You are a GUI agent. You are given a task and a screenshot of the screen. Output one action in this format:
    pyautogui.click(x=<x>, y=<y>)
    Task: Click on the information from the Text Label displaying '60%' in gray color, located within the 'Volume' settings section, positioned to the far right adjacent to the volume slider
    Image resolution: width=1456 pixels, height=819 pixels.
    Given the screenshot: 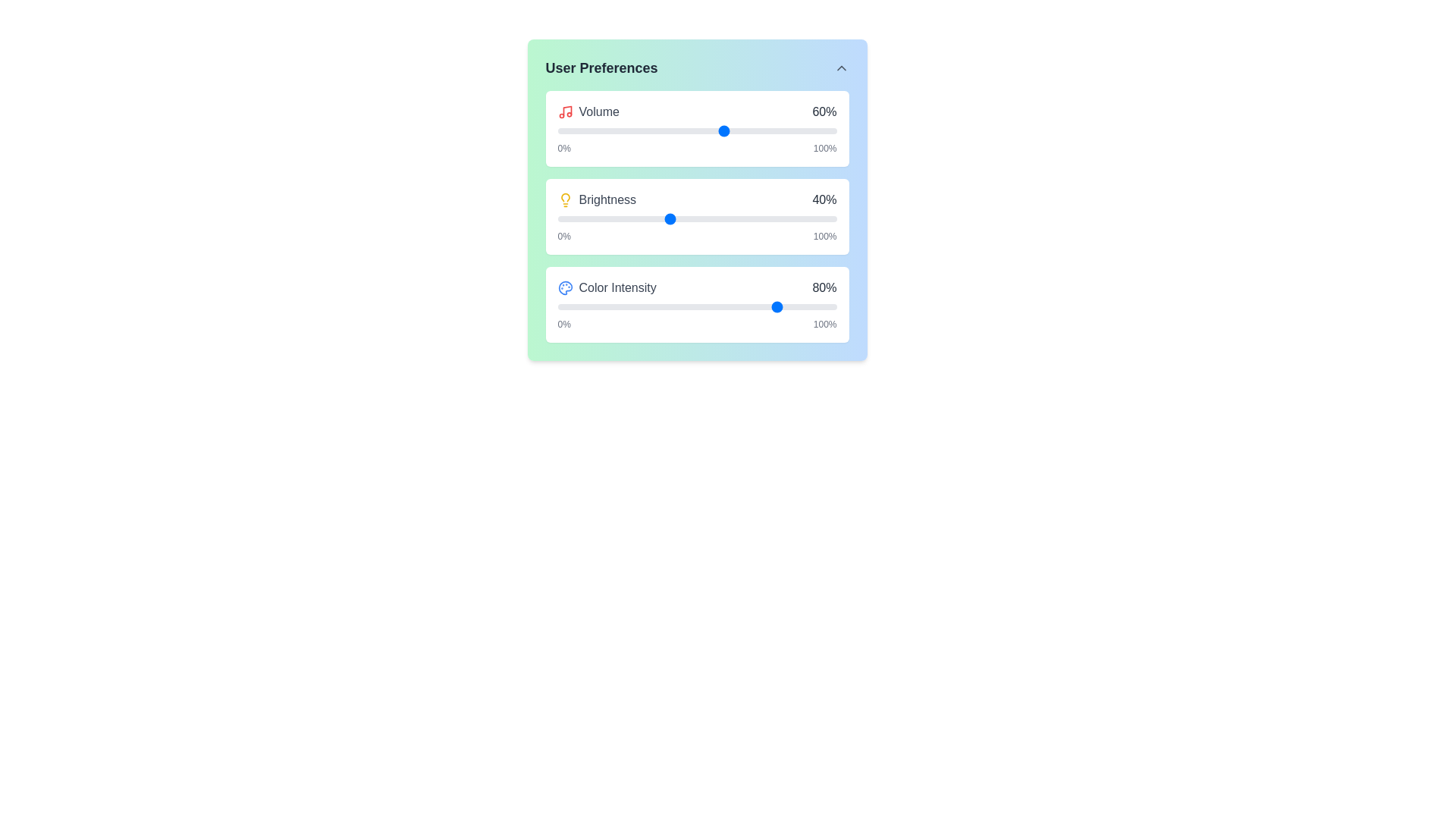 What is the action you would take?
    pyautogui.click(x=824, y=111)
    